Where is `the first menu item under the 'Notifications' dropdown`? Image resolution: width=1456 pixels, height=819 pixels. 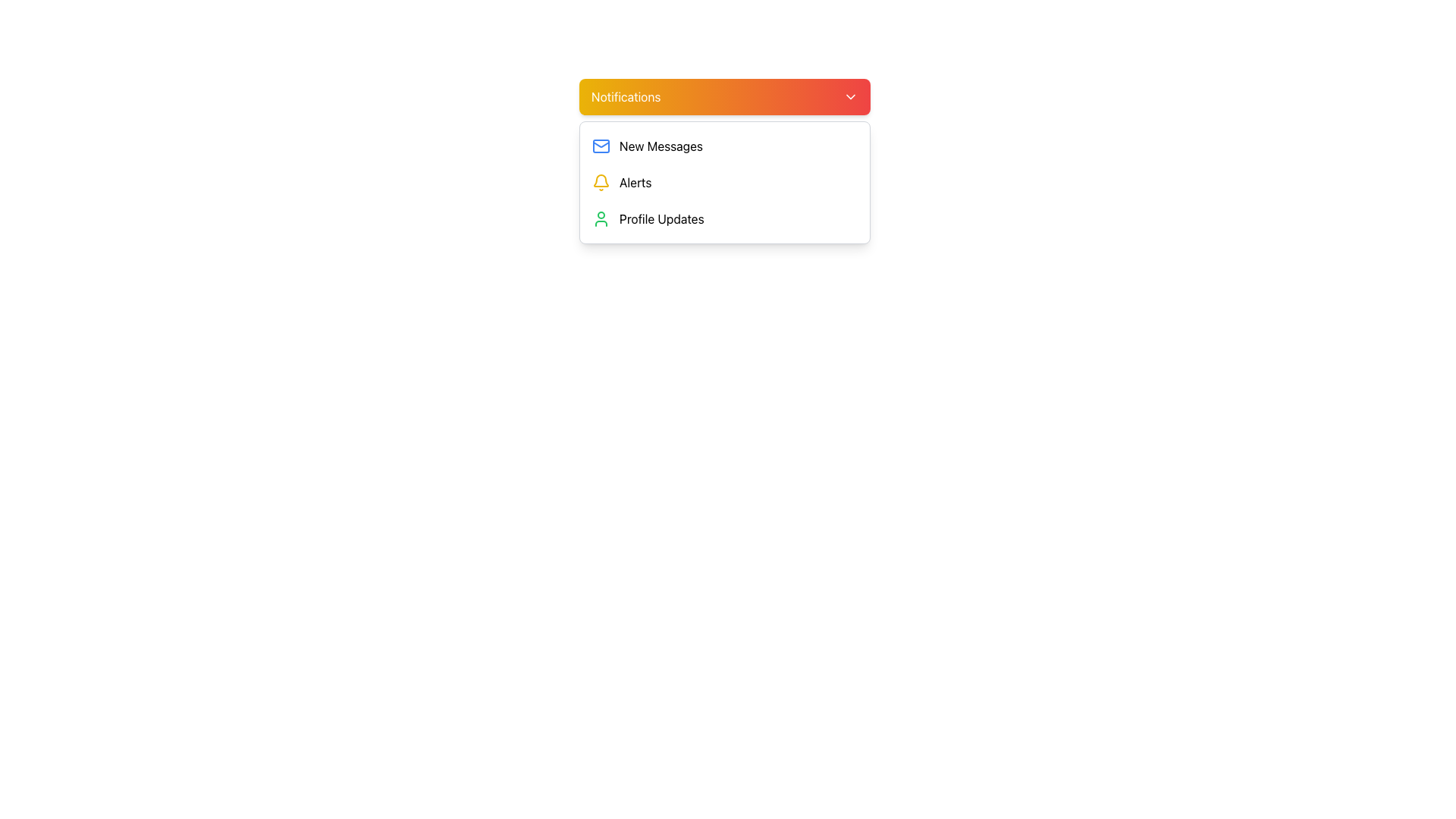 the first menu item under the 'Notifications' dropdown is located at coordinates (723, 146).